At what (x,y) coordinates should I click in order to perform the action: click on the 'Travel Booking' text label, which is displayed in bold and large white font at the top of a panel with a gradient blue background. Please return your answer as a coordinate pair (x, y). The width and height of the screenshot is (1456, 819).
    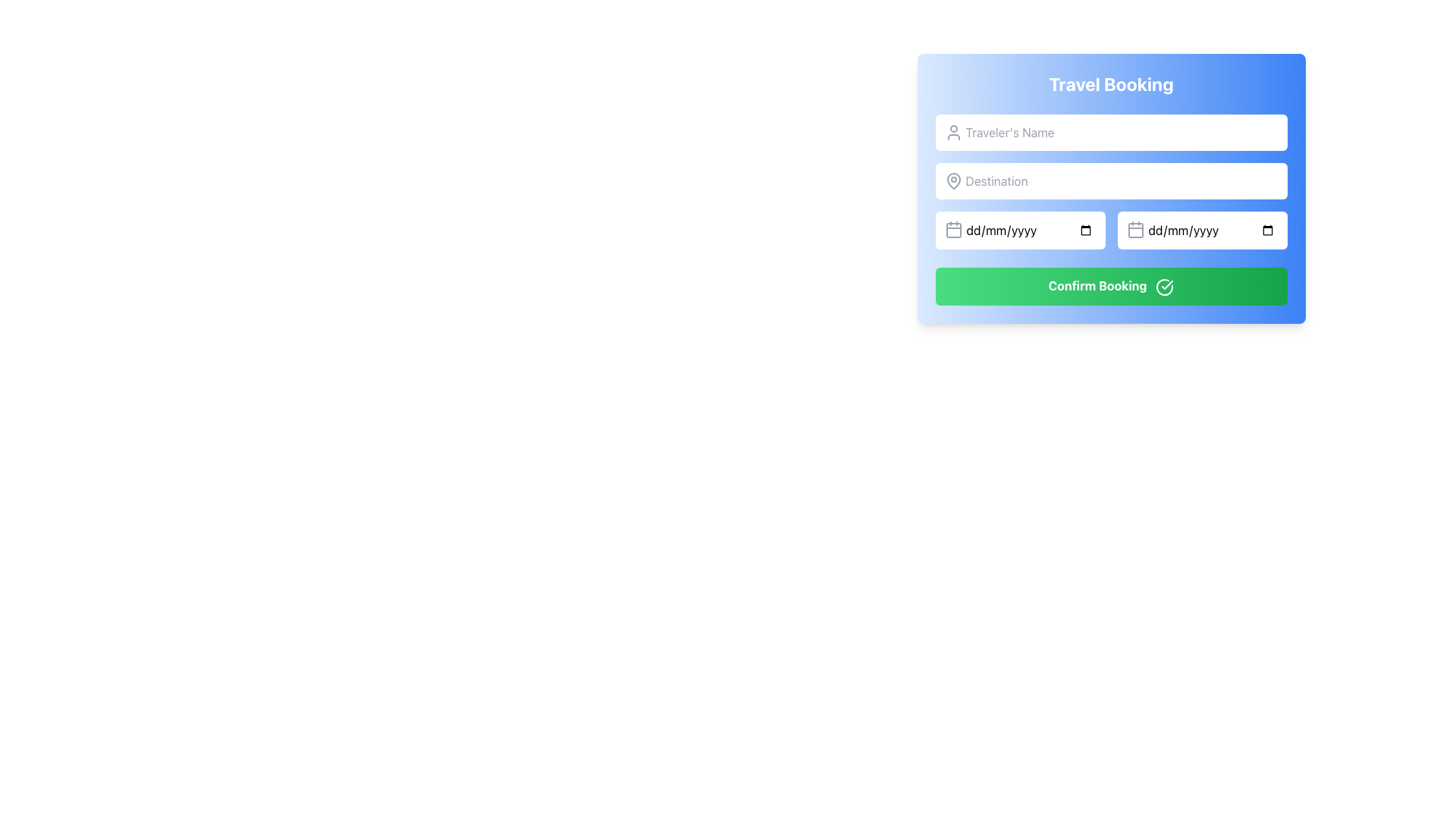
    Looking at the image, I should click on (1111, 84).